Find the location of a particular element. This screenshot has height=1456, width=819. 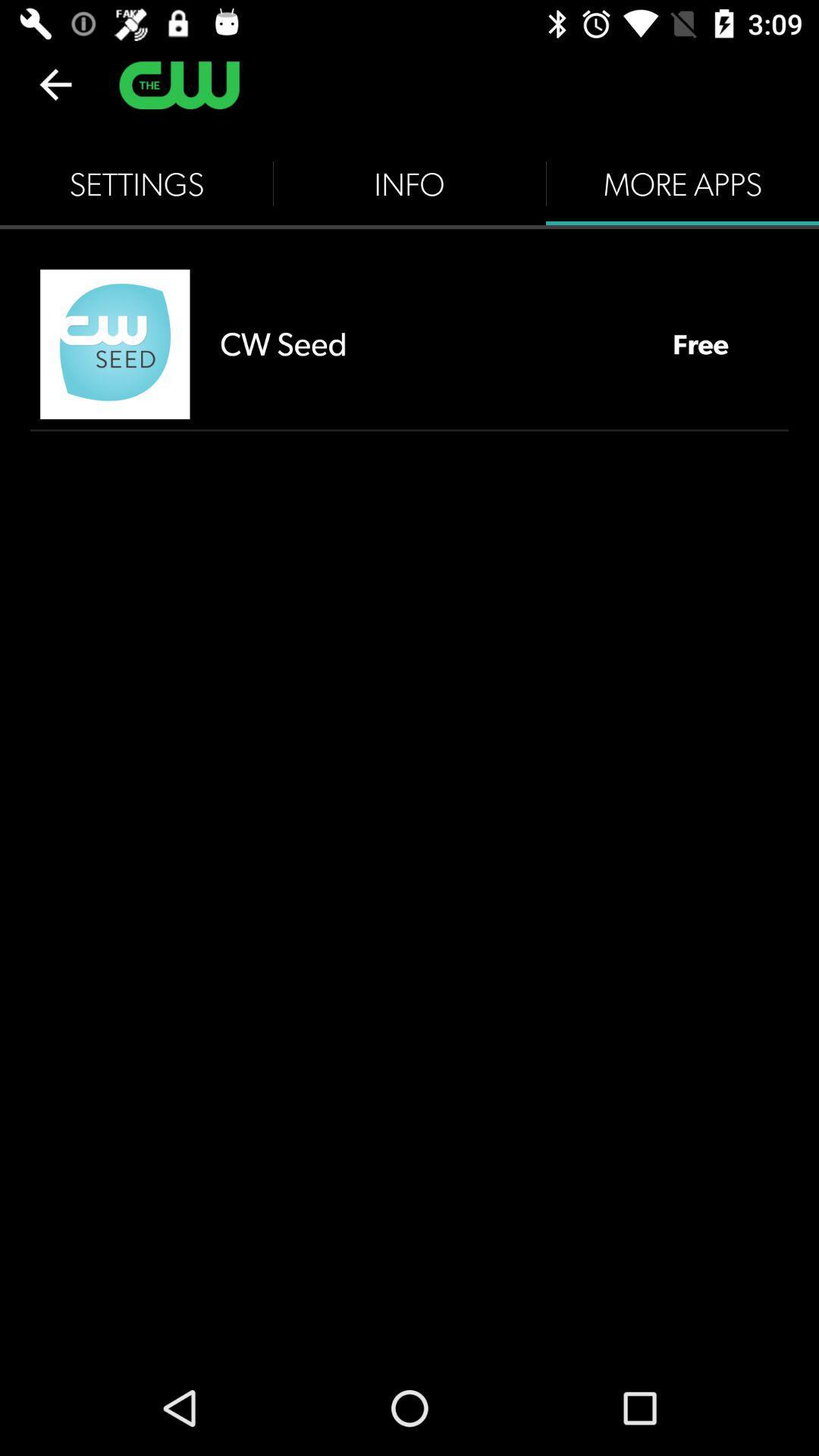

the item above cw seed item is located at coordinates (409, 184).